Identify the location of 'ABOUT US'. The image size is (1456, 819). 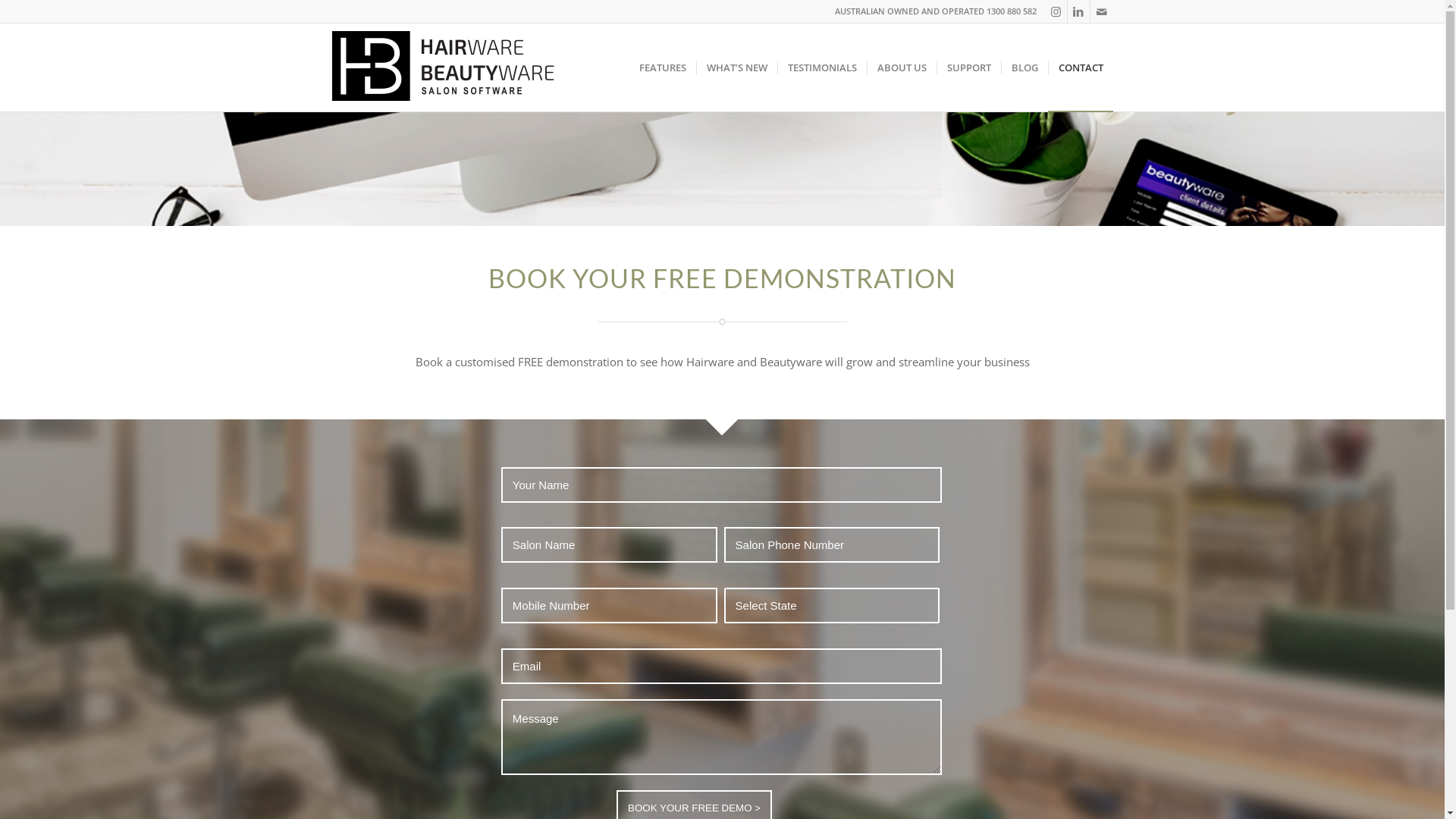
(901, 66).